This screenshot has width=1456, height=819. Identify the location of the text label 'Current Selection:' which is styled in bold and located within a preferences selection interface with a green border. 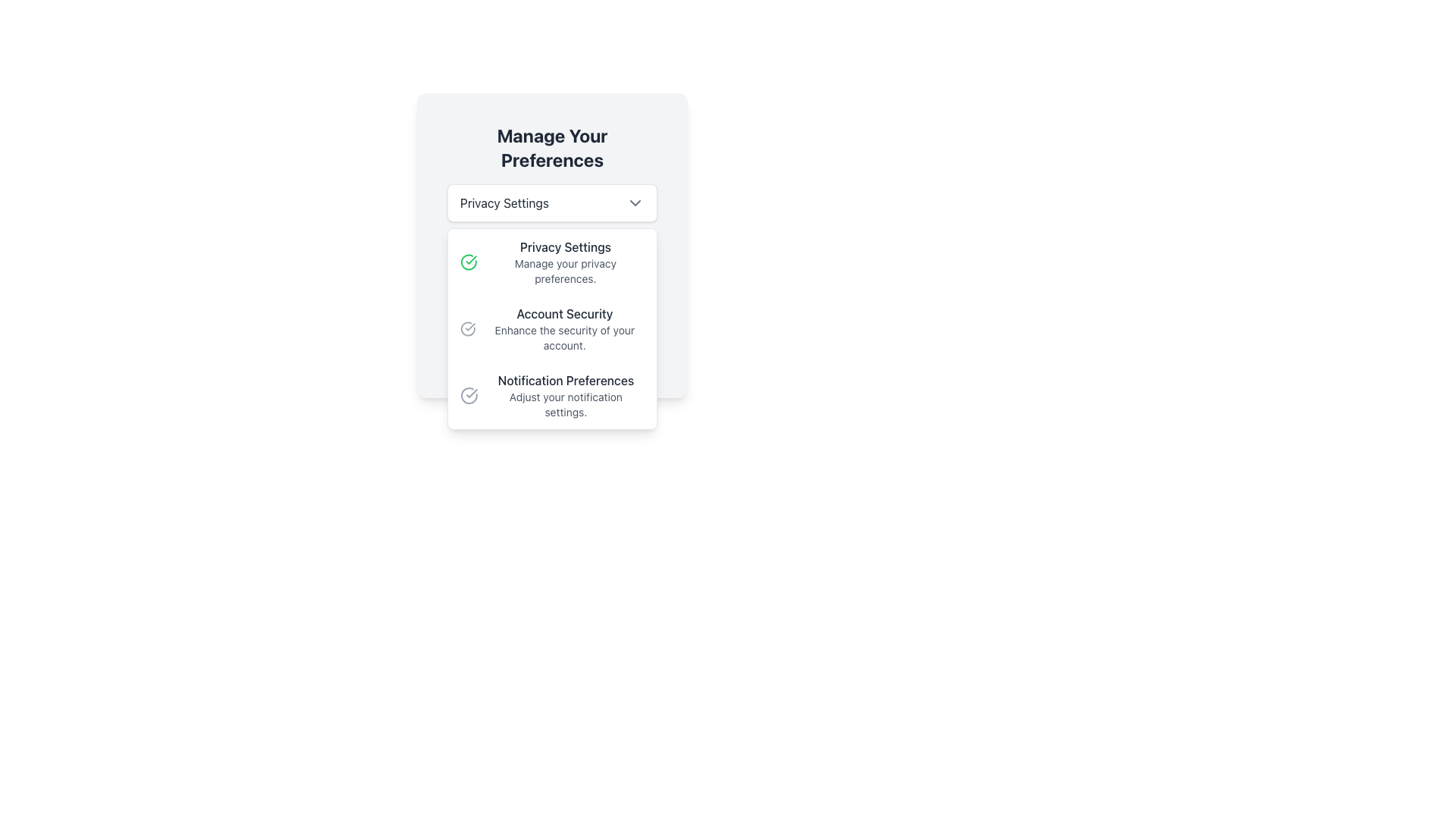
(553, 260).